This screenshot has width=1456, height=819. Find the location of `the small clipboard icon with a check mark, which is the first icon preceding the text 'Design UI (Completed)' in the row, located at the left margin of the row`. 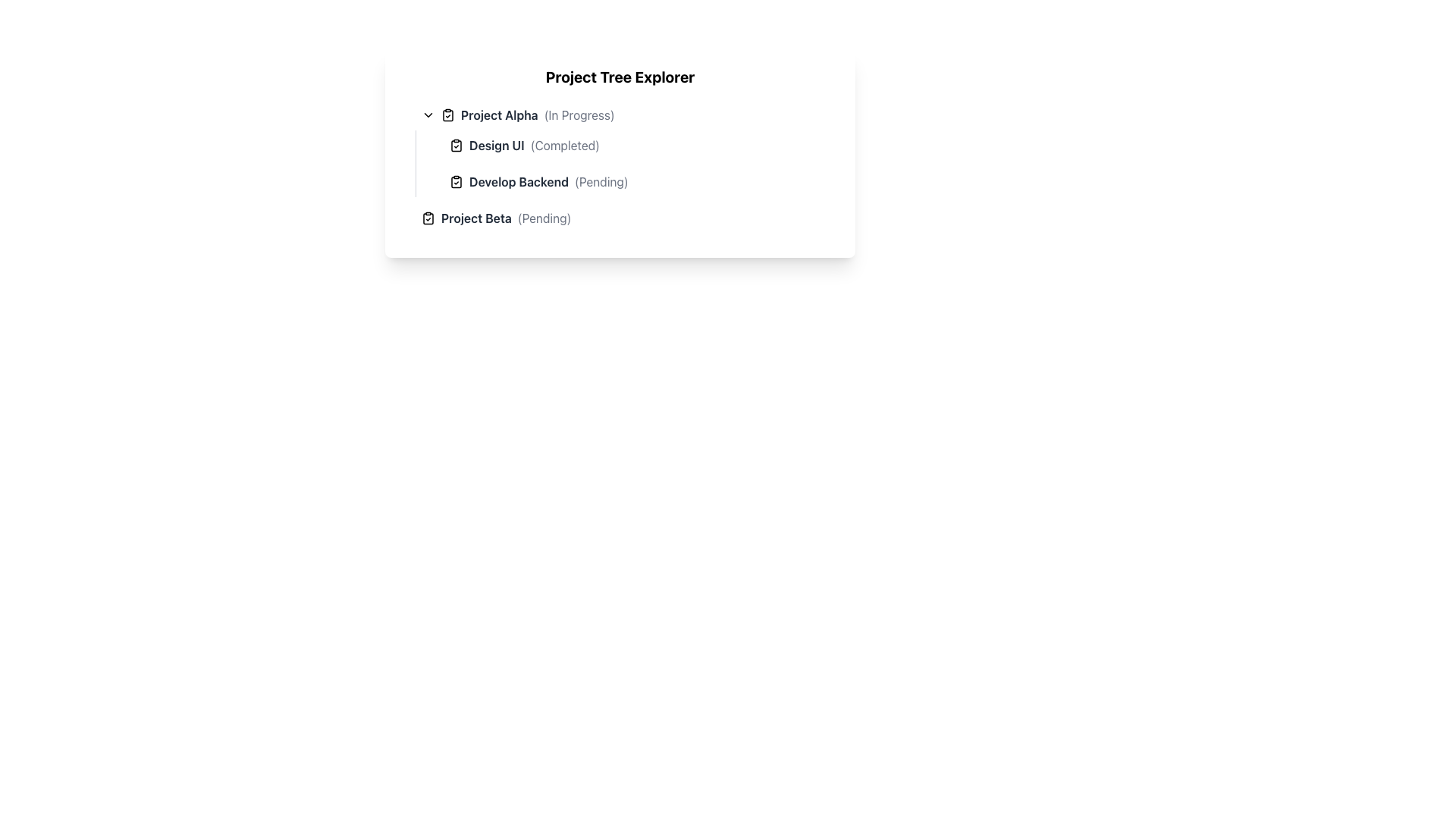

the small clipboard icon with a check mark, which is the first icon preceding the text 'Design UI (Completed)' in the row, located at the left margin of the row is located at coordinates (455, 146).